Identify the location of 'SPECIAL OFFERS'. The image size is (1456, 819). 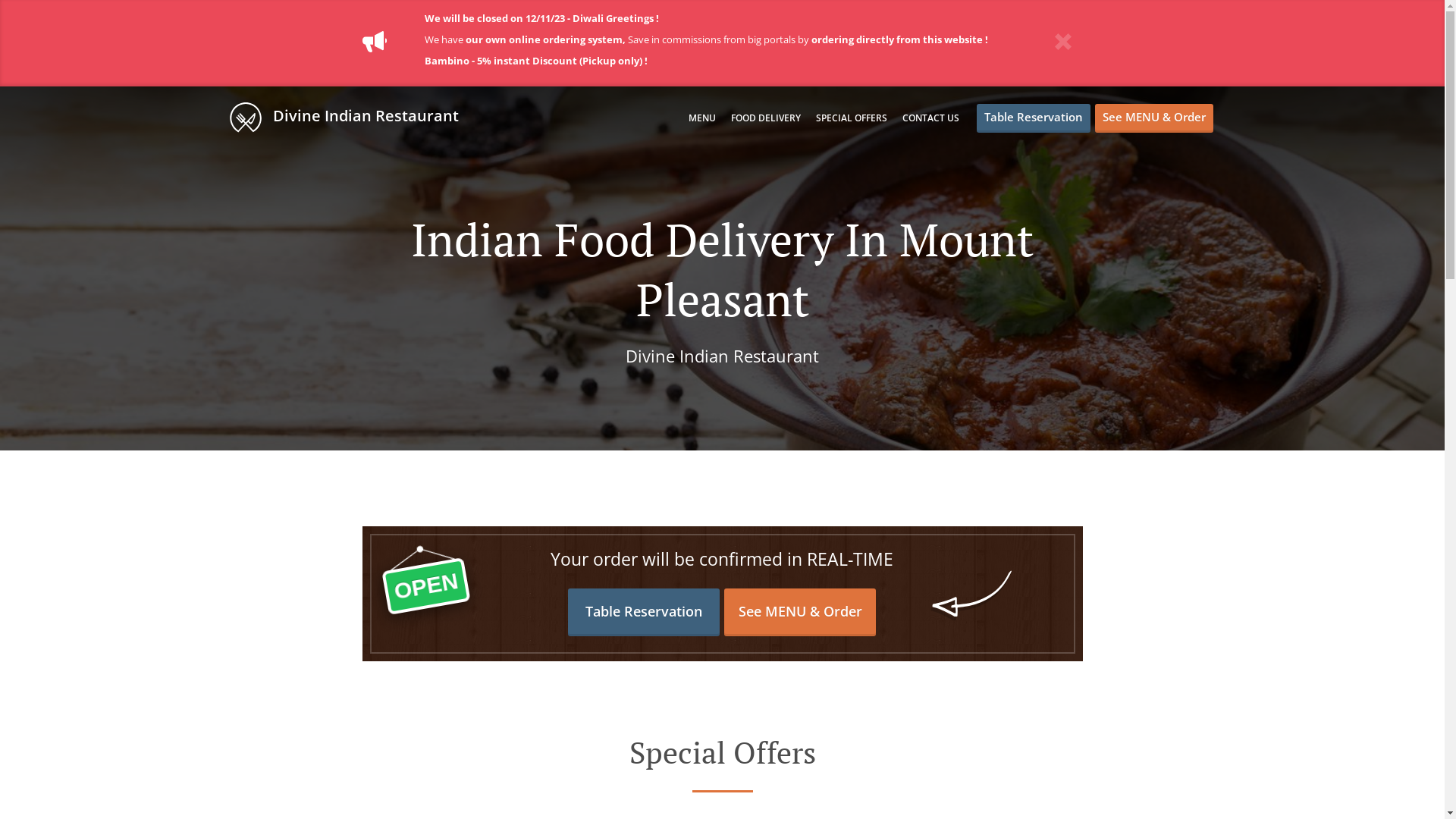
(814, 117).